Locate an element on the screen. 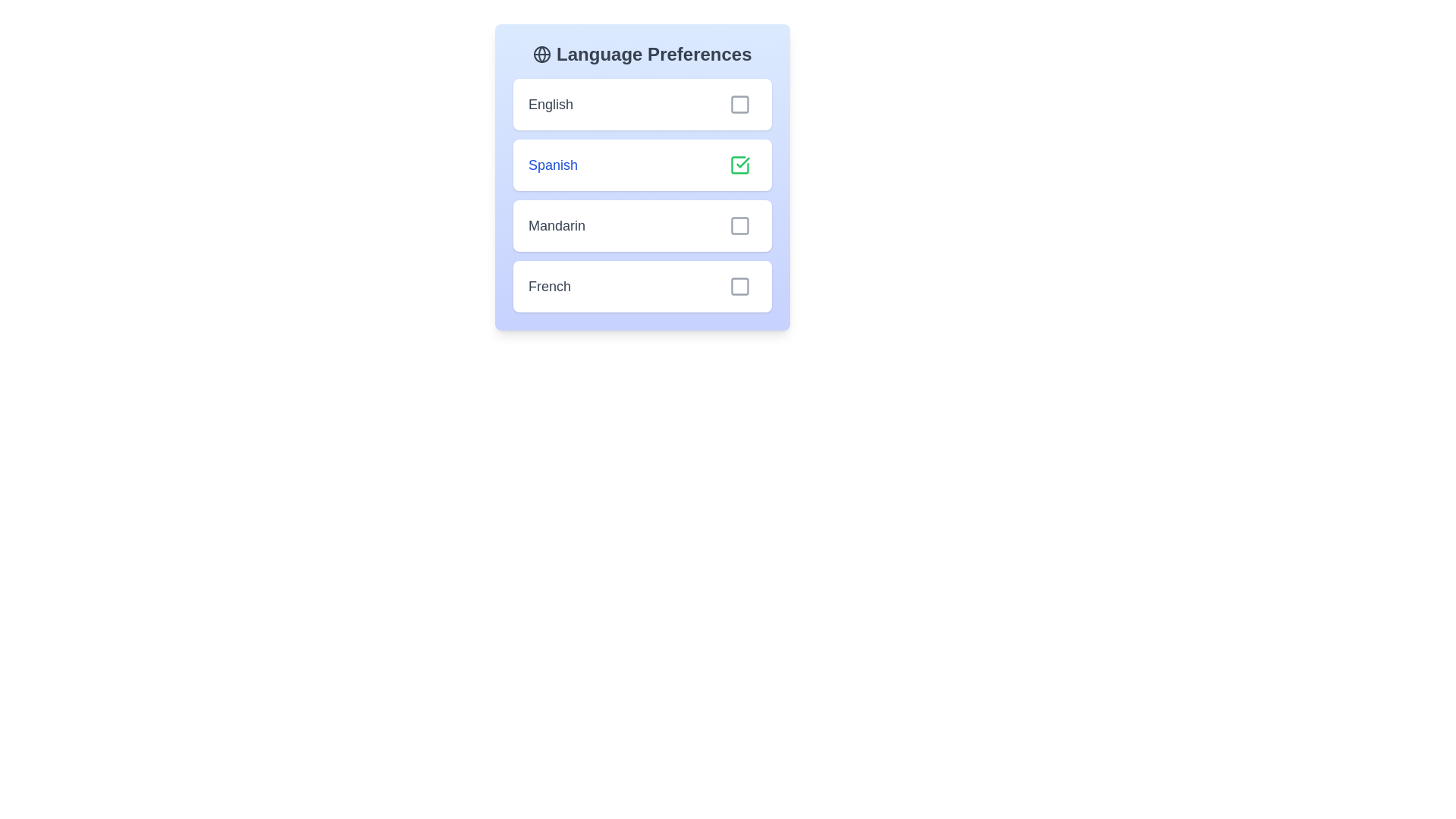 The width and height of the screenshot is (1456, 819). the bolded text heading 'Language Preferences' that is styled in 'gray-700' color on a light blue gradient background, located at the top center of the content area is located at coordinates (642, 54).